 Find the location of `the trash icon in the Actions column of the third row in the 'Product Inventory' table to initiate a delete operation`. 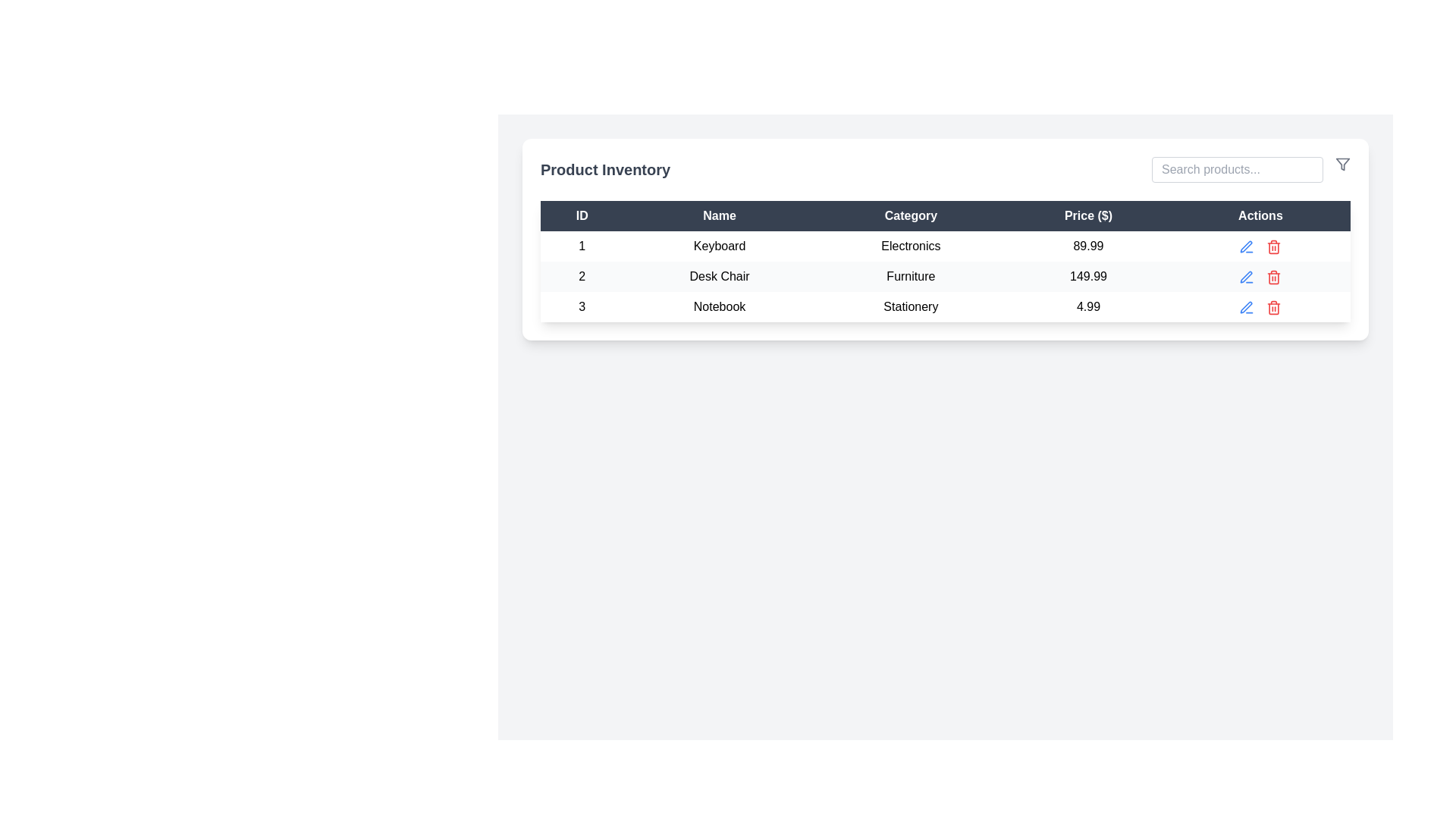

the trash icon in the Actions column of the third row in the 'Product Inventory' table to initiate a delete operation is located at coordinates (1274, 308).